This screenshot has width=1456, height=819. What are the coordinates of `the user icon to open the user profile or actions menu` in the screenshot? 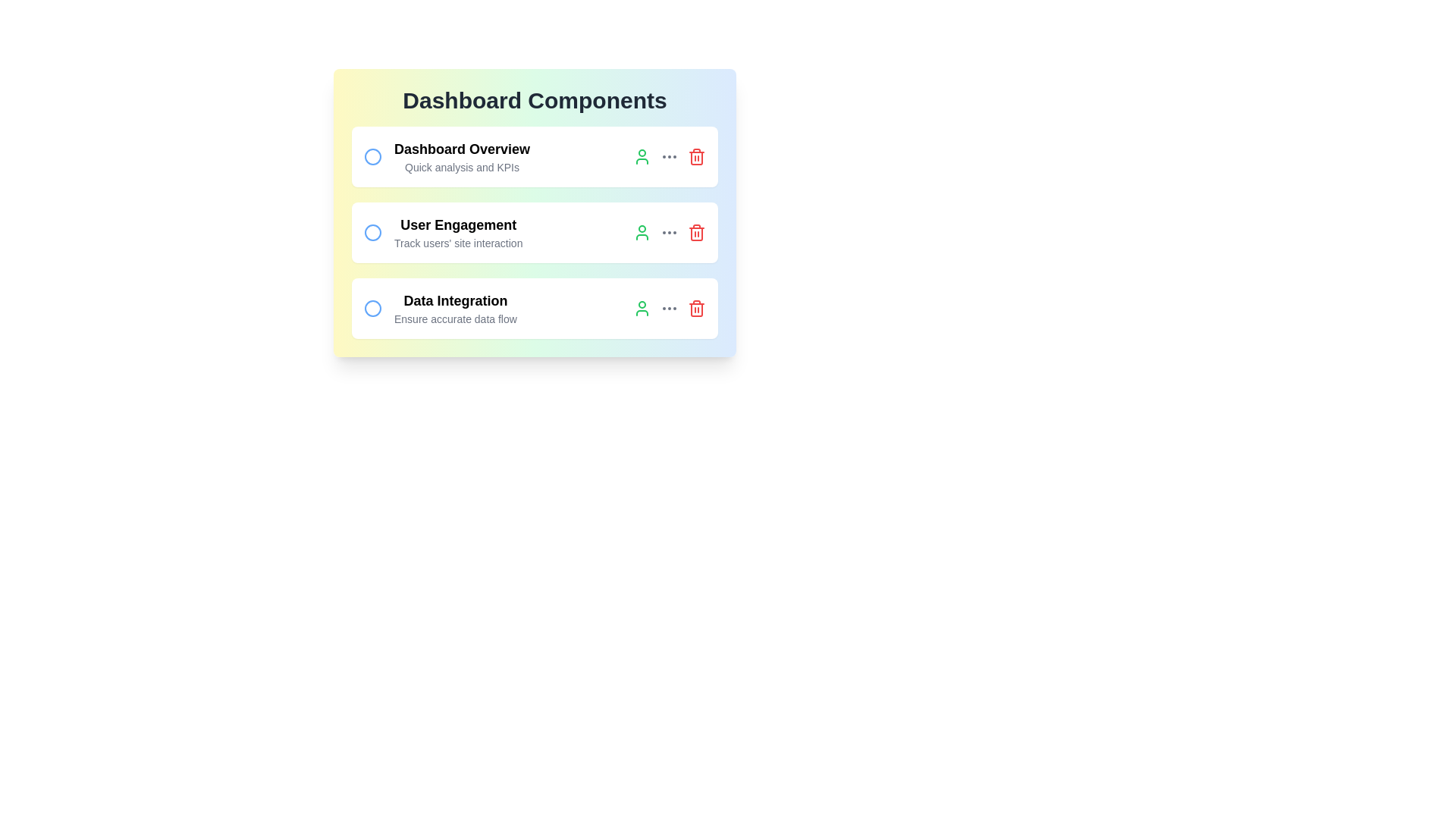 It's located at (642, 157).